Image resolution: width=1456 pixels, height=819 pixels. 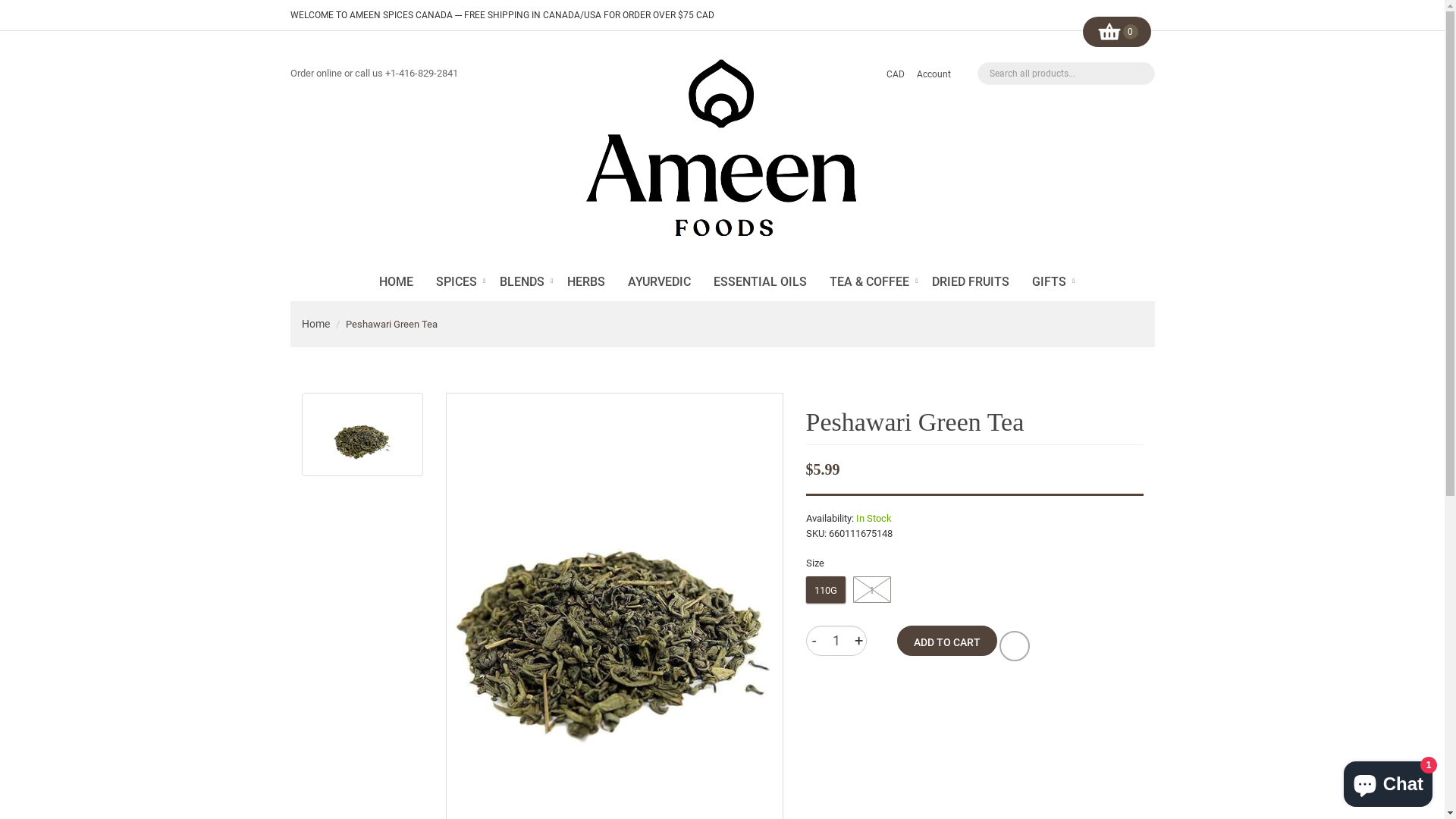 What do you see at coordinates (658, 281) in the screenshot?
I see `'AYURVEDIC'` at bounding box center [658, 281].